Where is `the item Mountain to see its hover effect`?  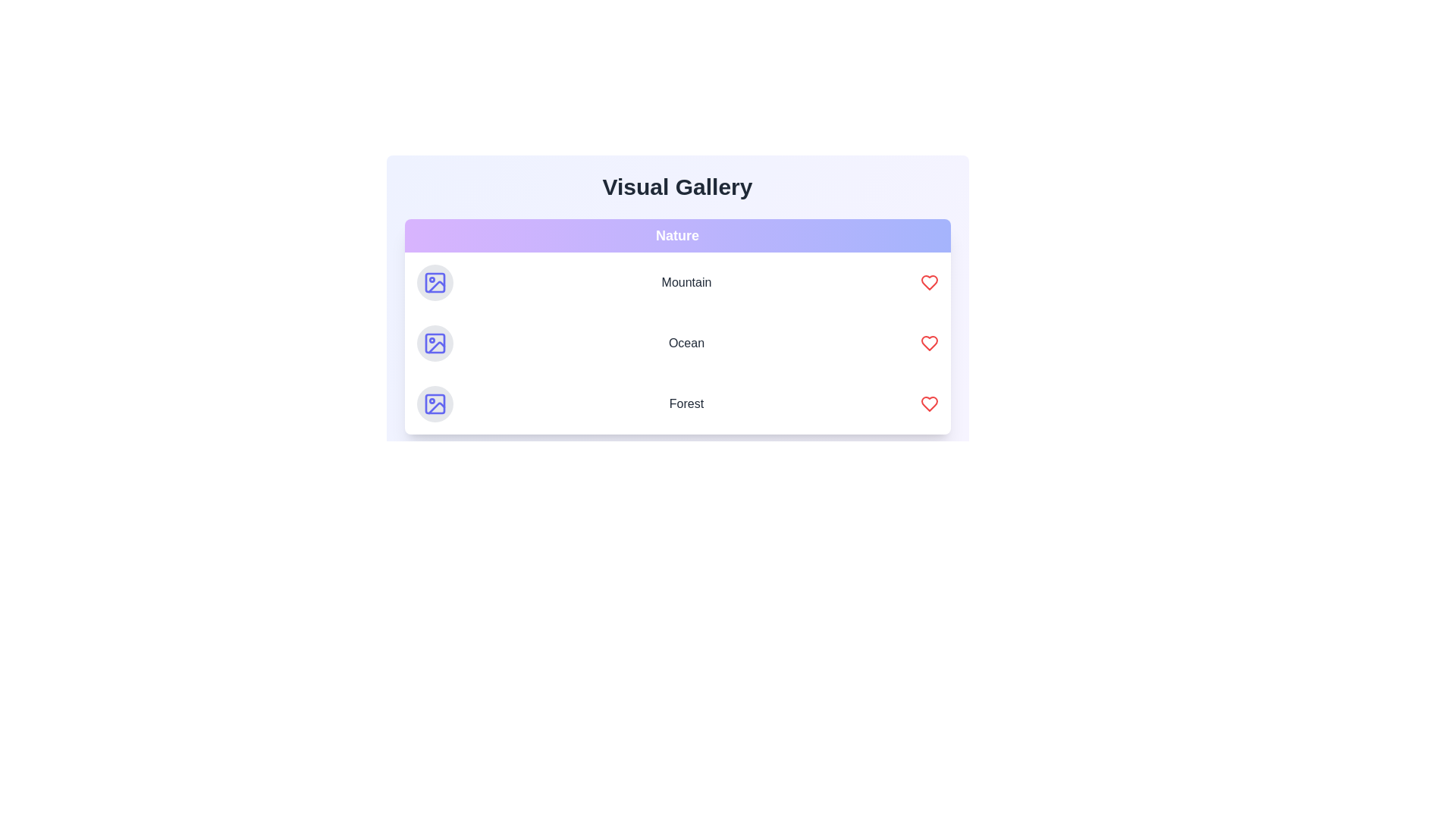
the item Mountain to see its hover effect is located at coordinates (676, 283).